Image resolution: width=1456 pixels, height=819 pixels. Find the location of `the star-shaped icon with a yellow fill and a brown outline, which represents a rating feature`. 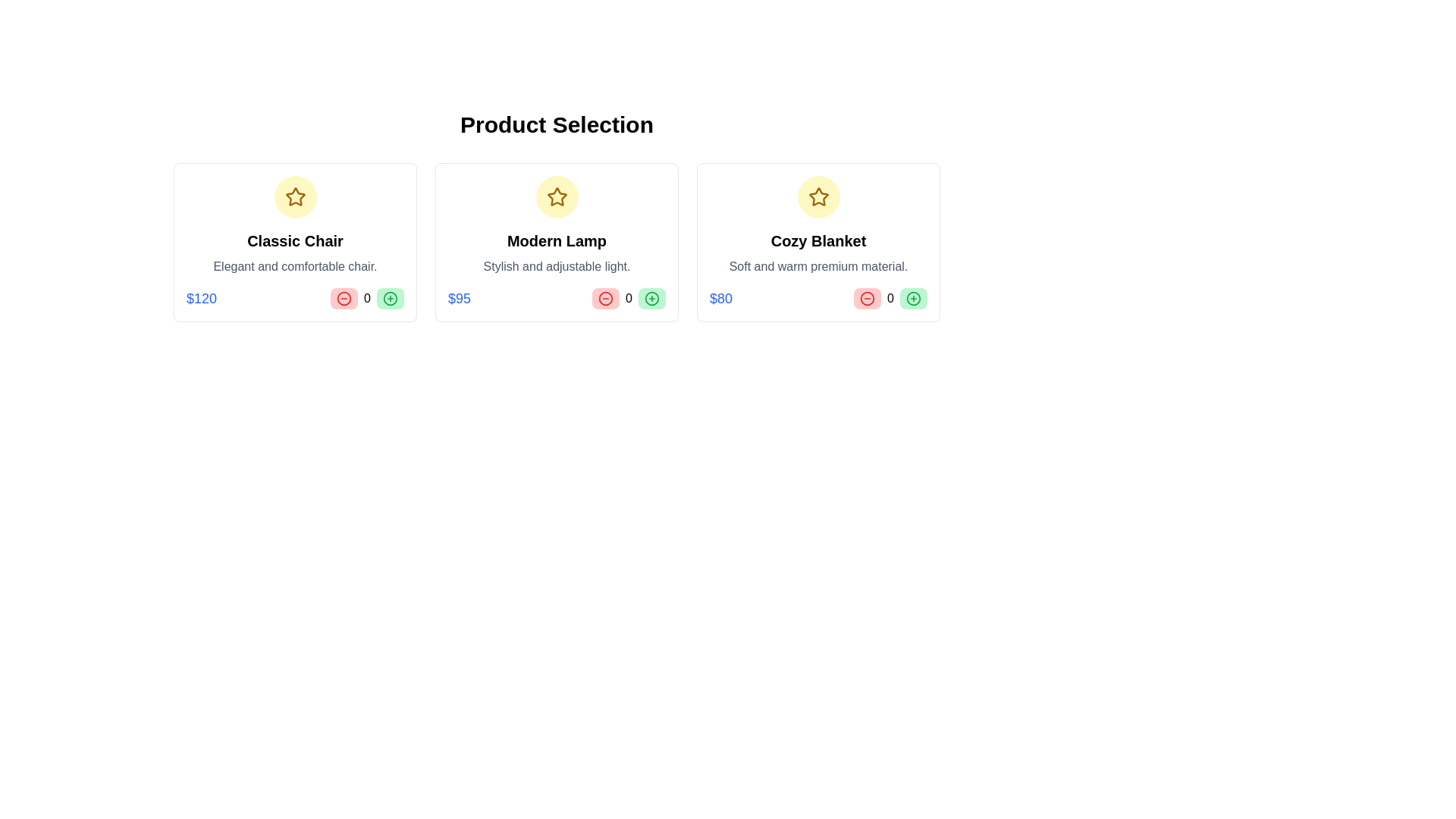

the star-shaped icon with a yellow fill and a brown outline, which represents a rating feature is located at coordinates (817, 195).